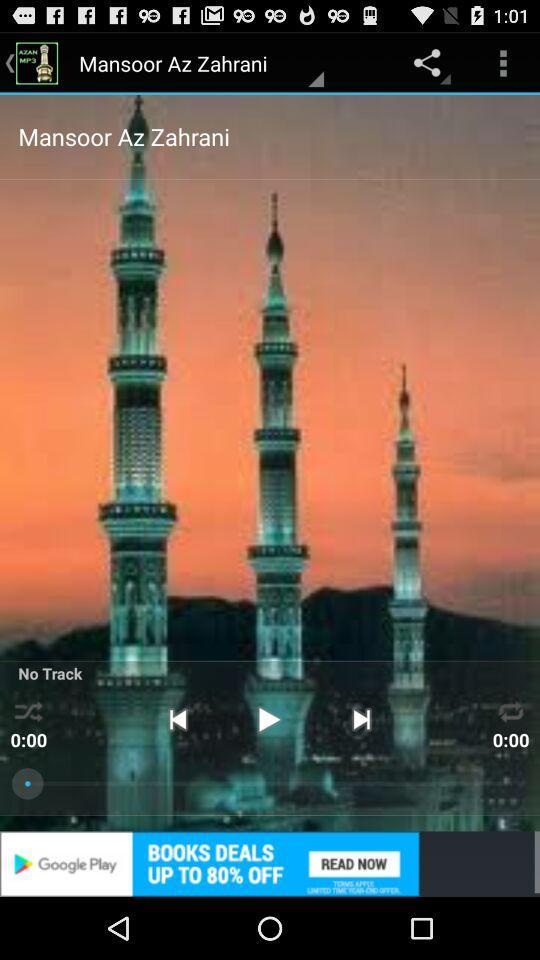  I want to click on the skip_previous icon, so click(177, 768).